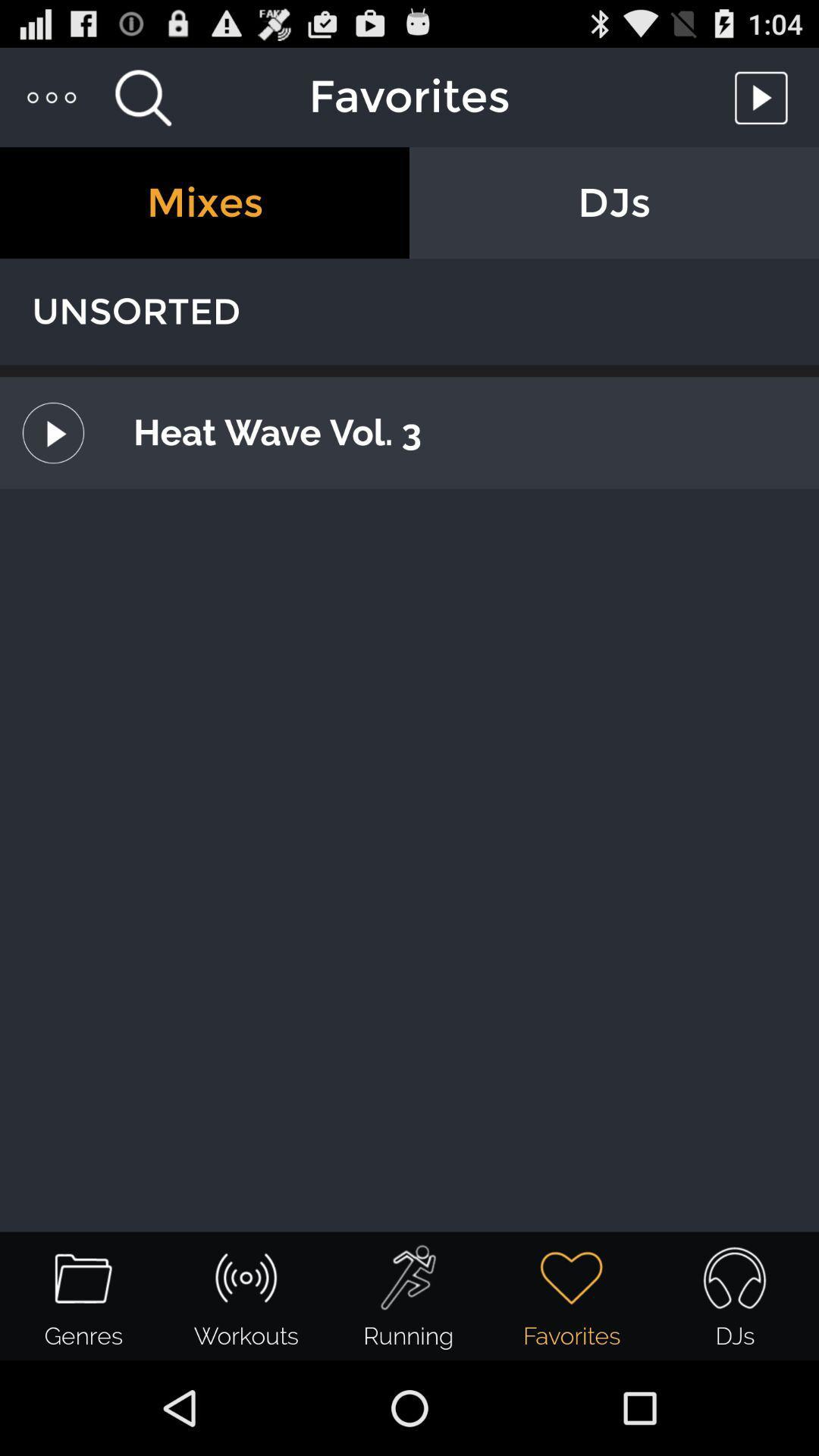 Image resolution: width=819 pixels, height=1456 pixels. I want to click on play icon, so click(765, 96).